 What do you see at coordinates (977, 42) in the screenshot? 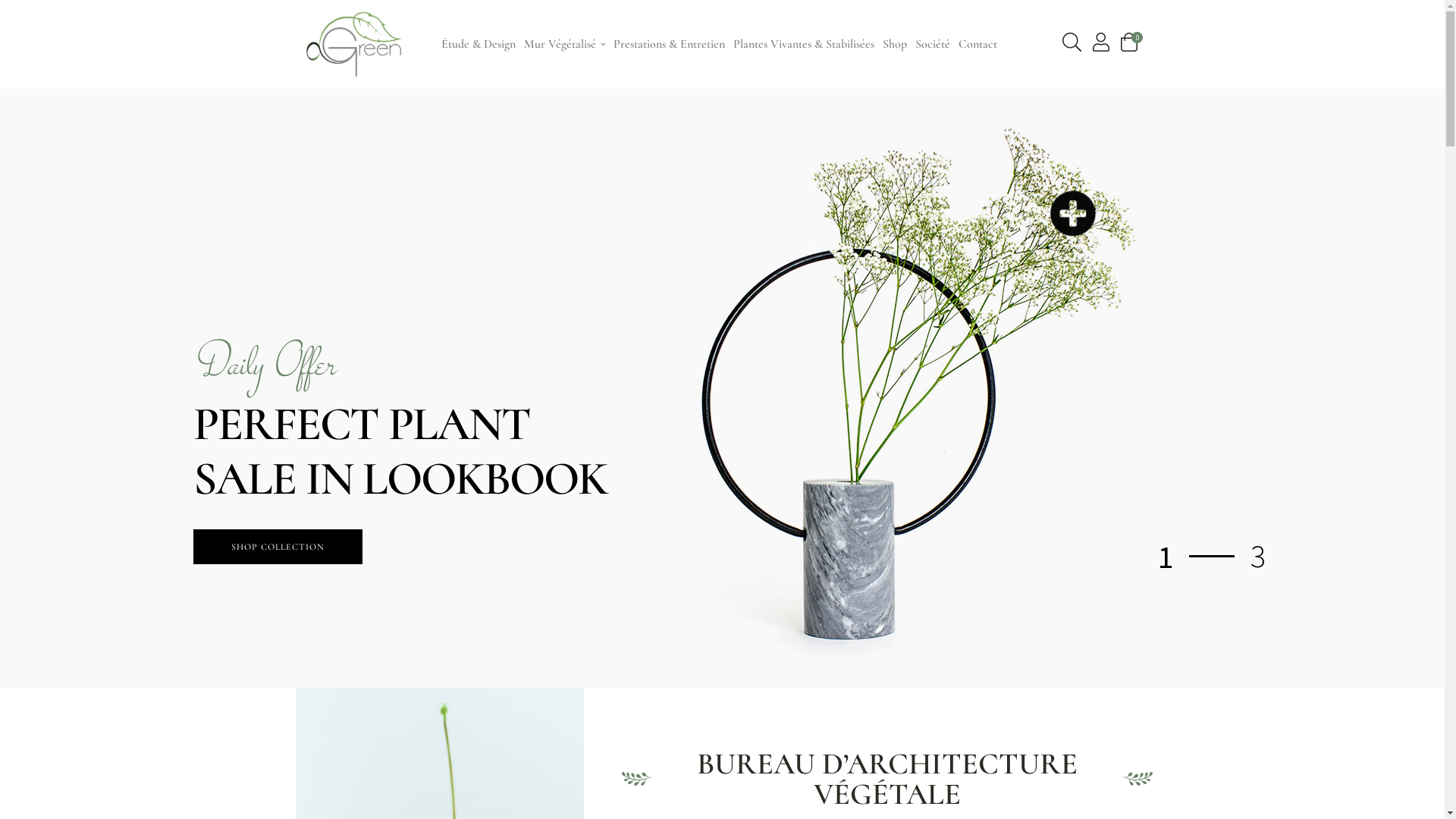
I see `'Contact'` at bounding box center [977, 42].